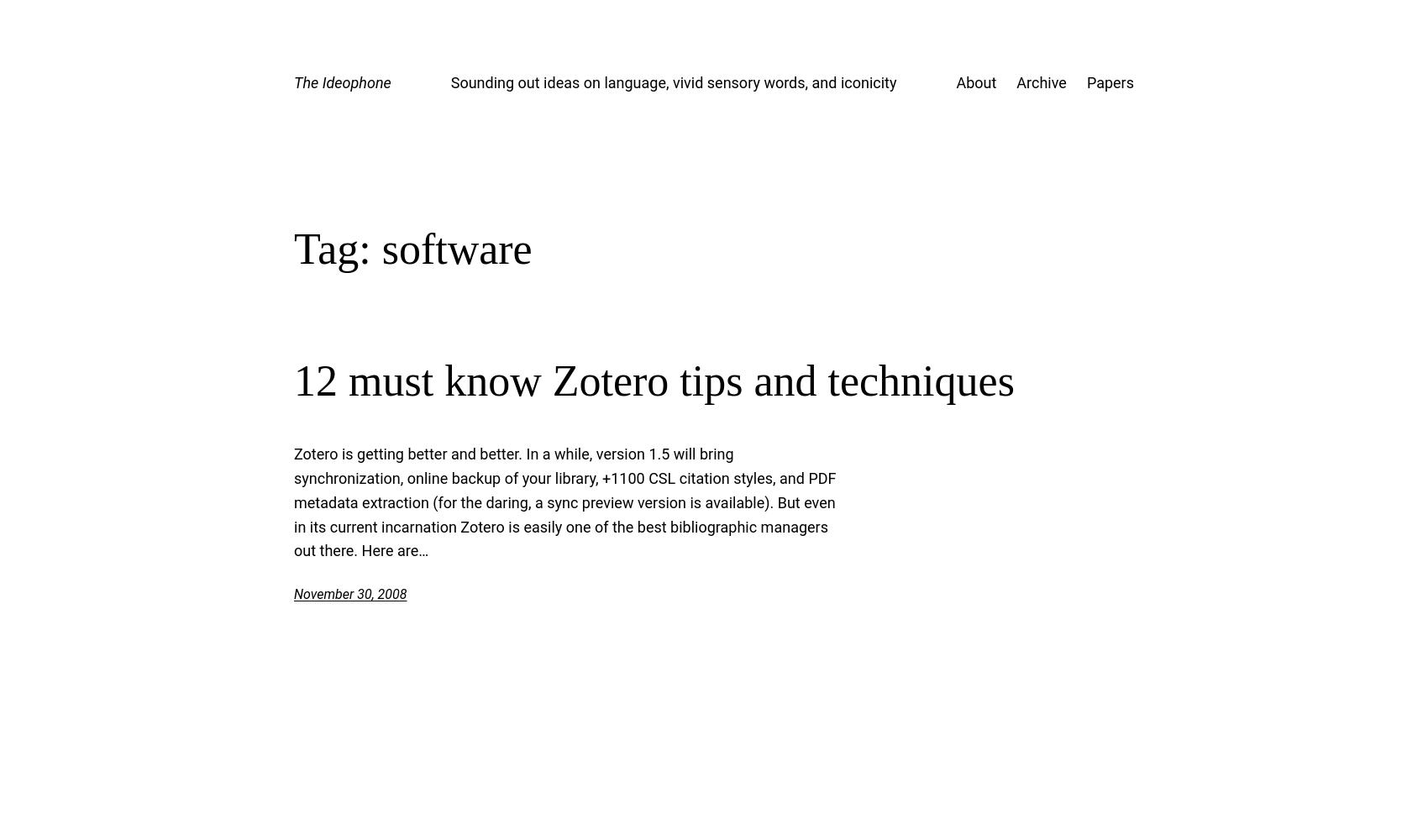 This screenshot has height=840, width=1428. What do you see at coordinates (341, 81) in the screenshot?
I see `'The Ideophone'` at bounding box center [341, 81].